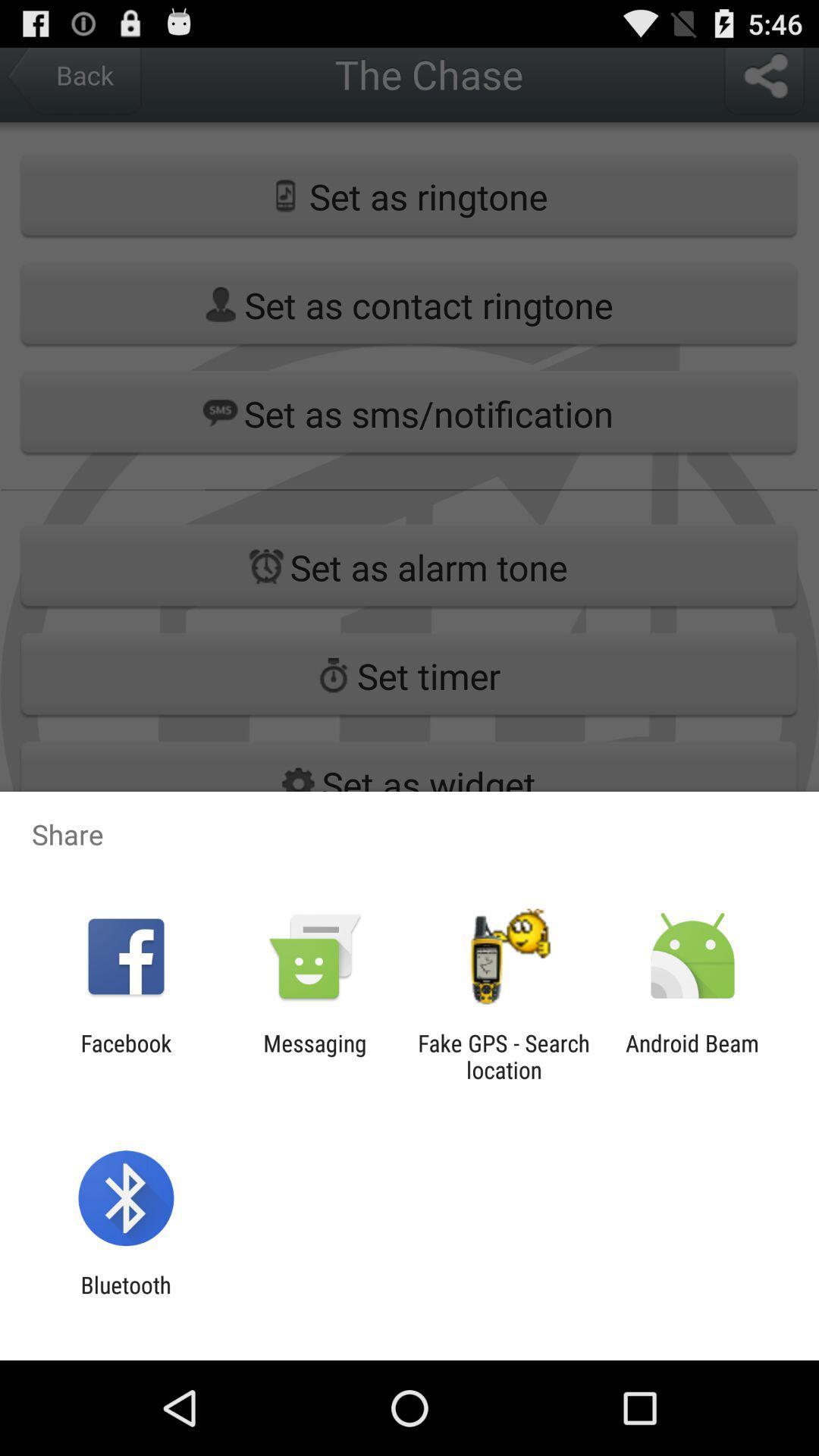 This screenshot has height=1456, width=819. I want to click on app next to the facebook icon, so click(314, 1056).